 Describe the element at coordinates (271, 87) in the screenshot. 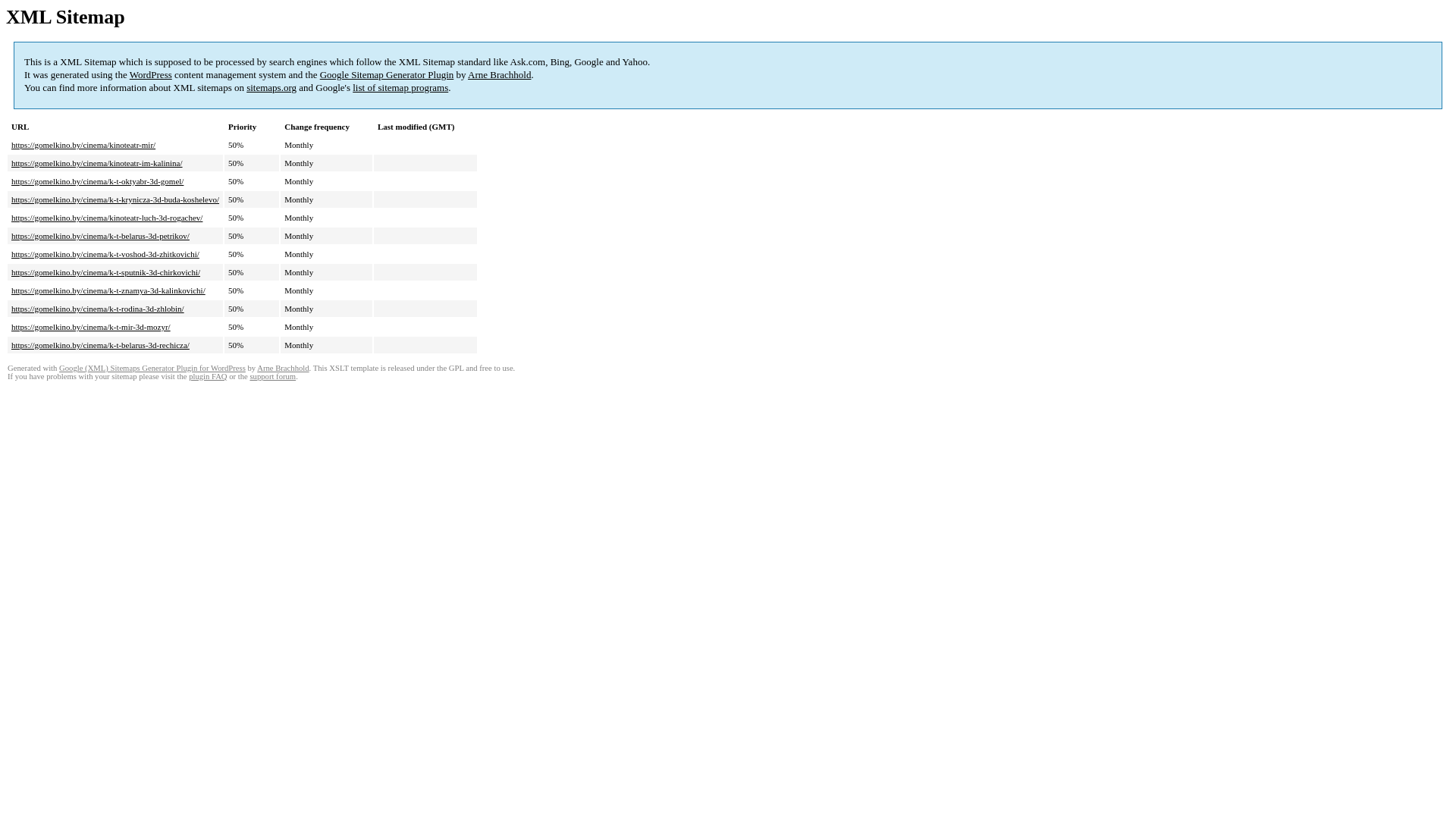

I see `'sitemaps.org'` at that location.